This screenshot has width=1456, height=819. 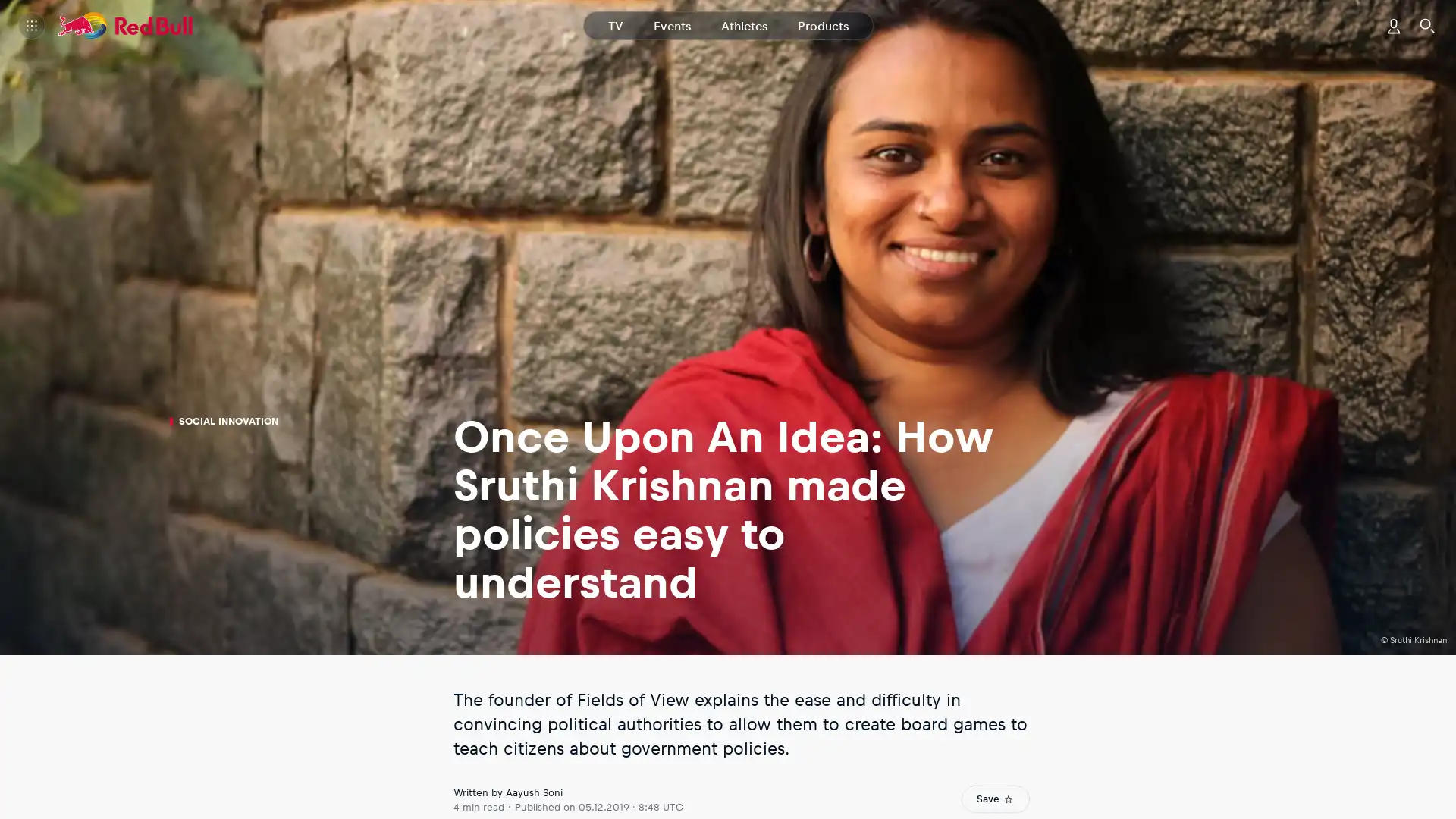 I want to click on Accept All Cookies, so click(x=858, y=253).